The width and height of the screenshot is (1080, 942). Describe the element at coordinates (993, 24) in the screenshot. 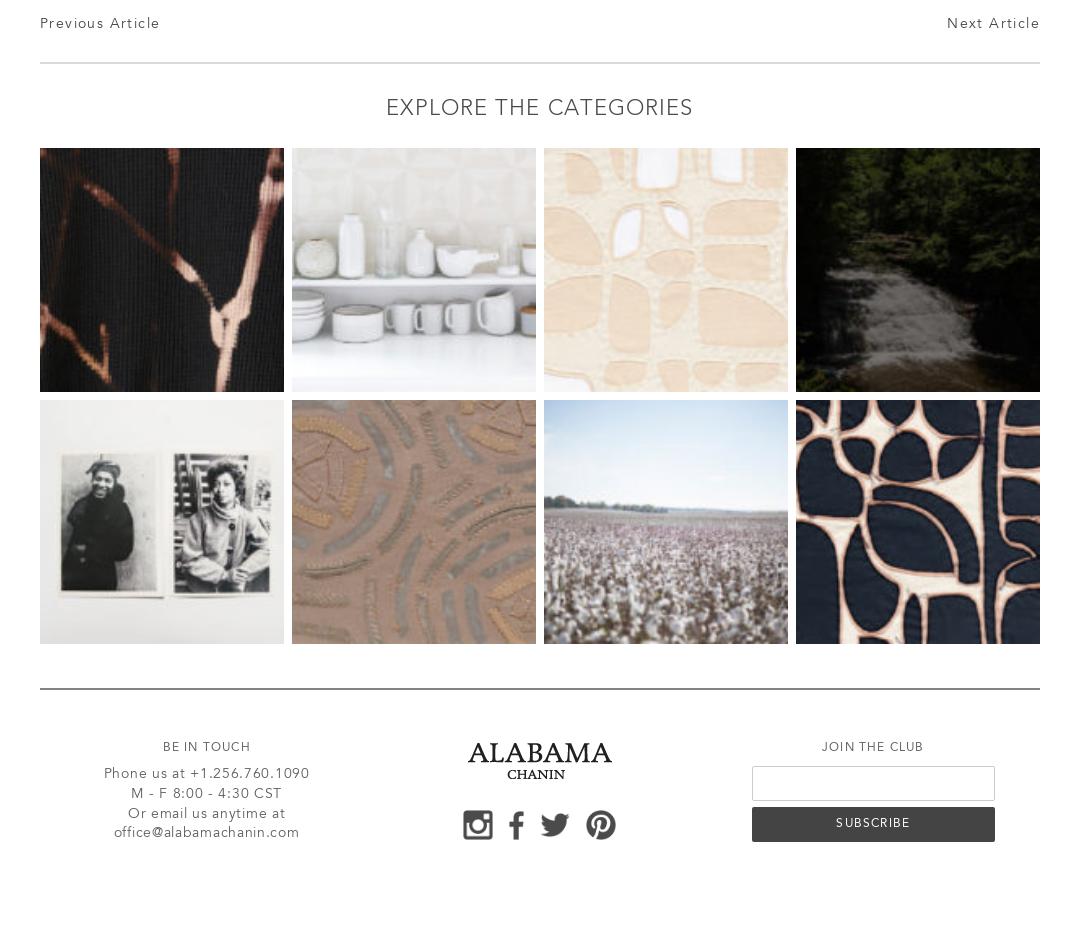

I see `'Next Article'` at that location.